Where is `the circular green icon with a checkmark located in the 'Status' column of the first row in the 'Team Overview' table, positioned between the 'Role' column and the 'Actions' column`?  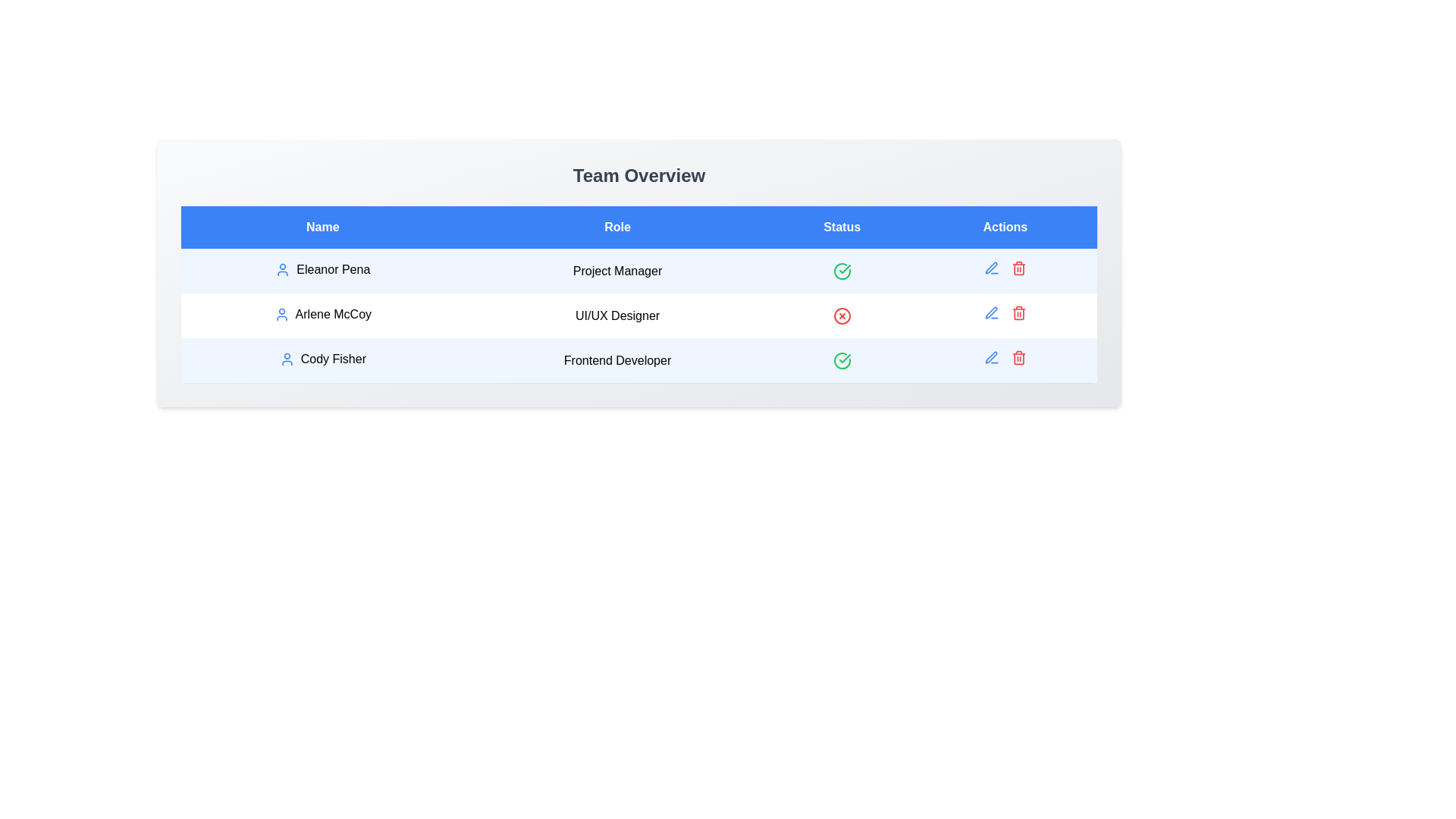 the circular green icon with a checkmark located in the 'Status' column of the first row in the 'Team Overview' table, positioned between the 'Role' column and the 'Actions' column is located at coordinates (841, 270).